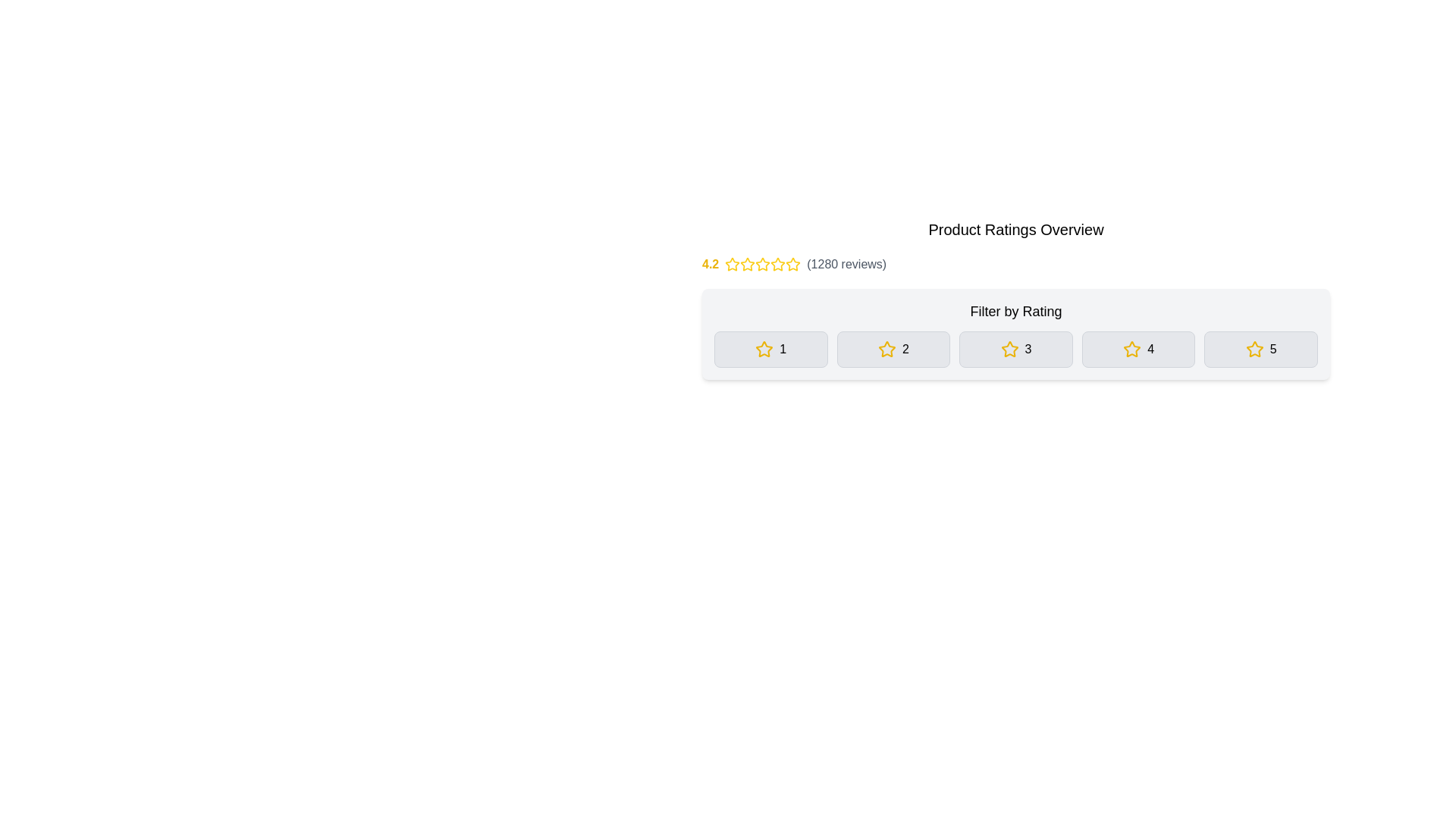 The width and height of the screenshot is (1456, 819). What do you see at coordinates (1138, 350) in the screenshot?
I see `the button that filters content by selecting a rating of 4 stars, located in the fourth position of a horizontal sequence of five controls under the 'Filter by Rating' label` at bounding box center [1138, 350].